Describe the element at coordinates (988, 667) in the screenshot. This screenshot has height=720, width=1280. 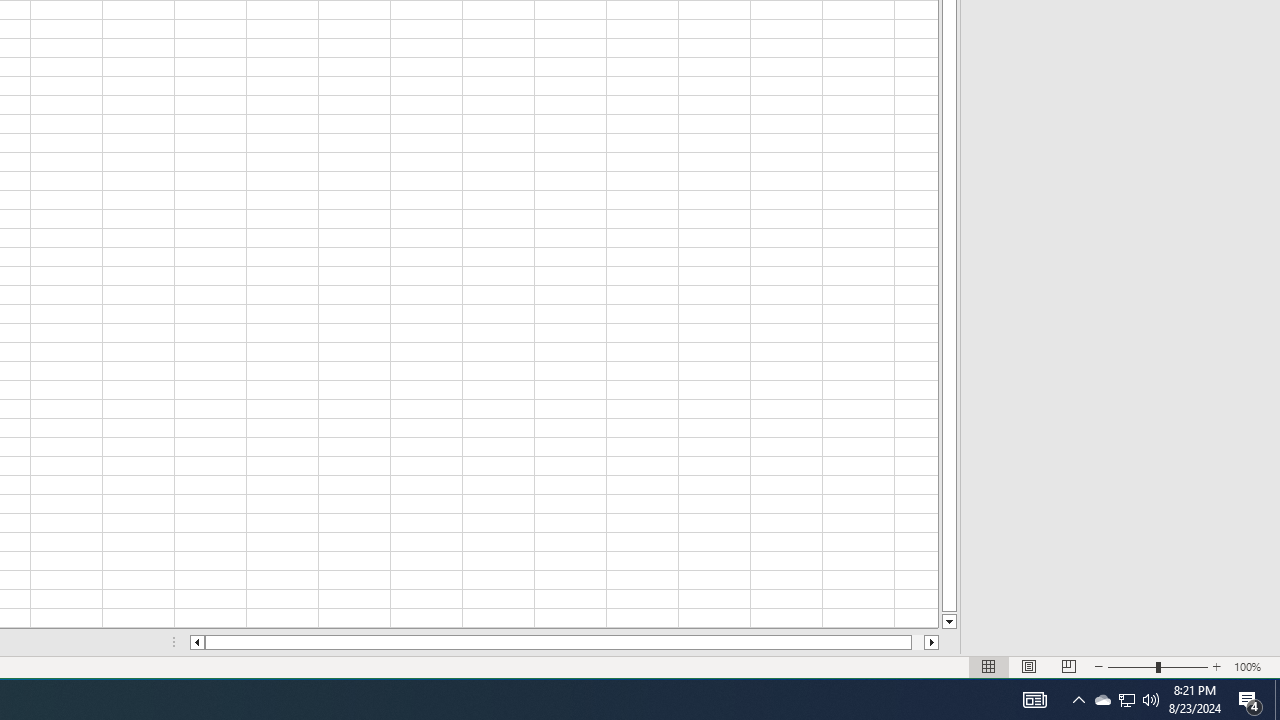
I see `'Normal'` at that location.